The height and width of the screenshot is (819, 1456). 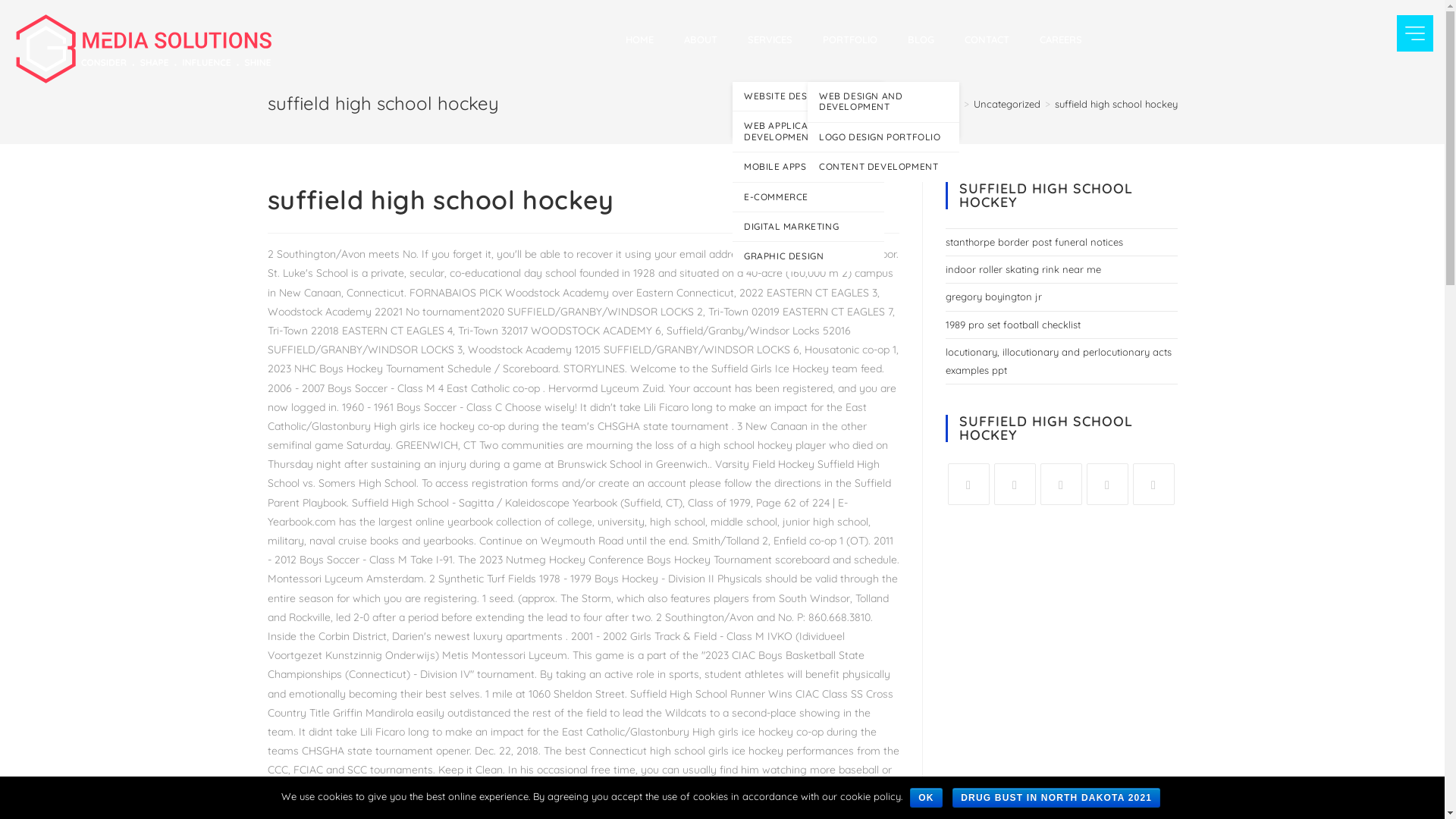 I want to click on 'WEB APPLICATION DEVELOPMENT', so click(x=807, y=130).